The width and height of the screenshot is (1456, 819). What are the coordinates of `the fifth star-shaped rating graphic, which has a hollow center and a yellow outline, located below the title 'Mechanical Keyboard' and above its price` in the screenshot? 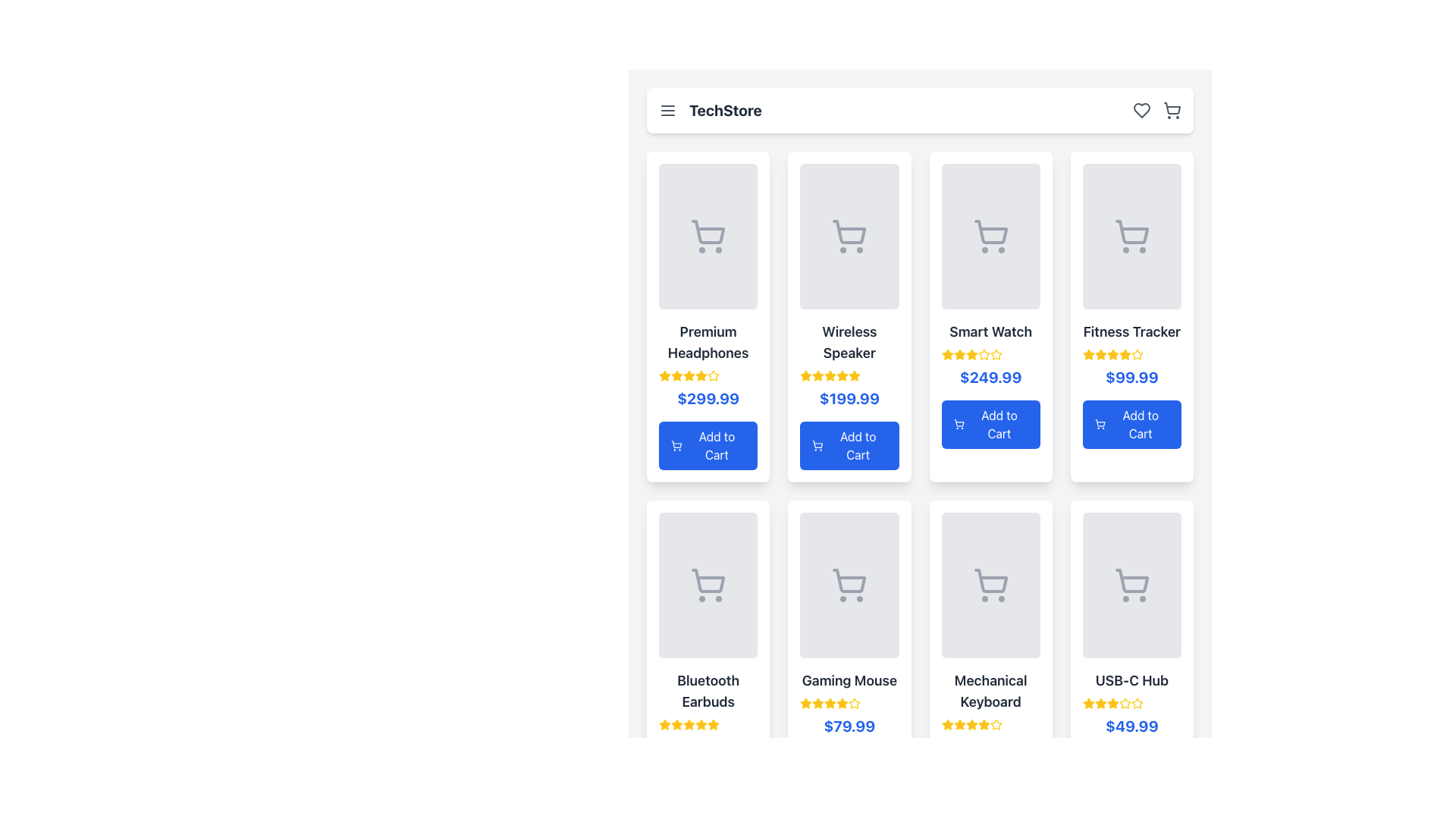 It's located at (996, 724).